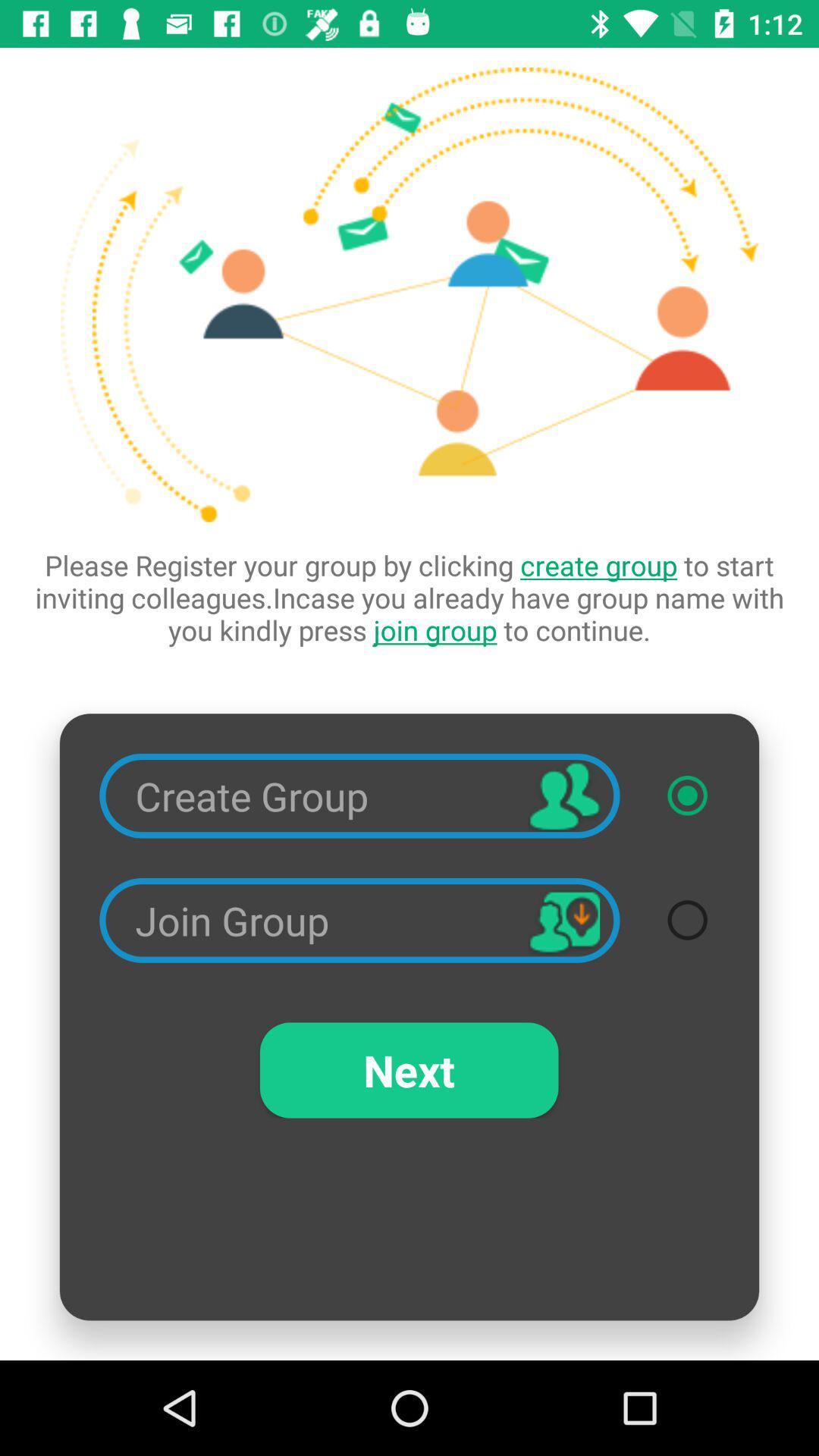  Describe the element at coordinates (687, 795) in the screenshot. I see `create group option` at that location.